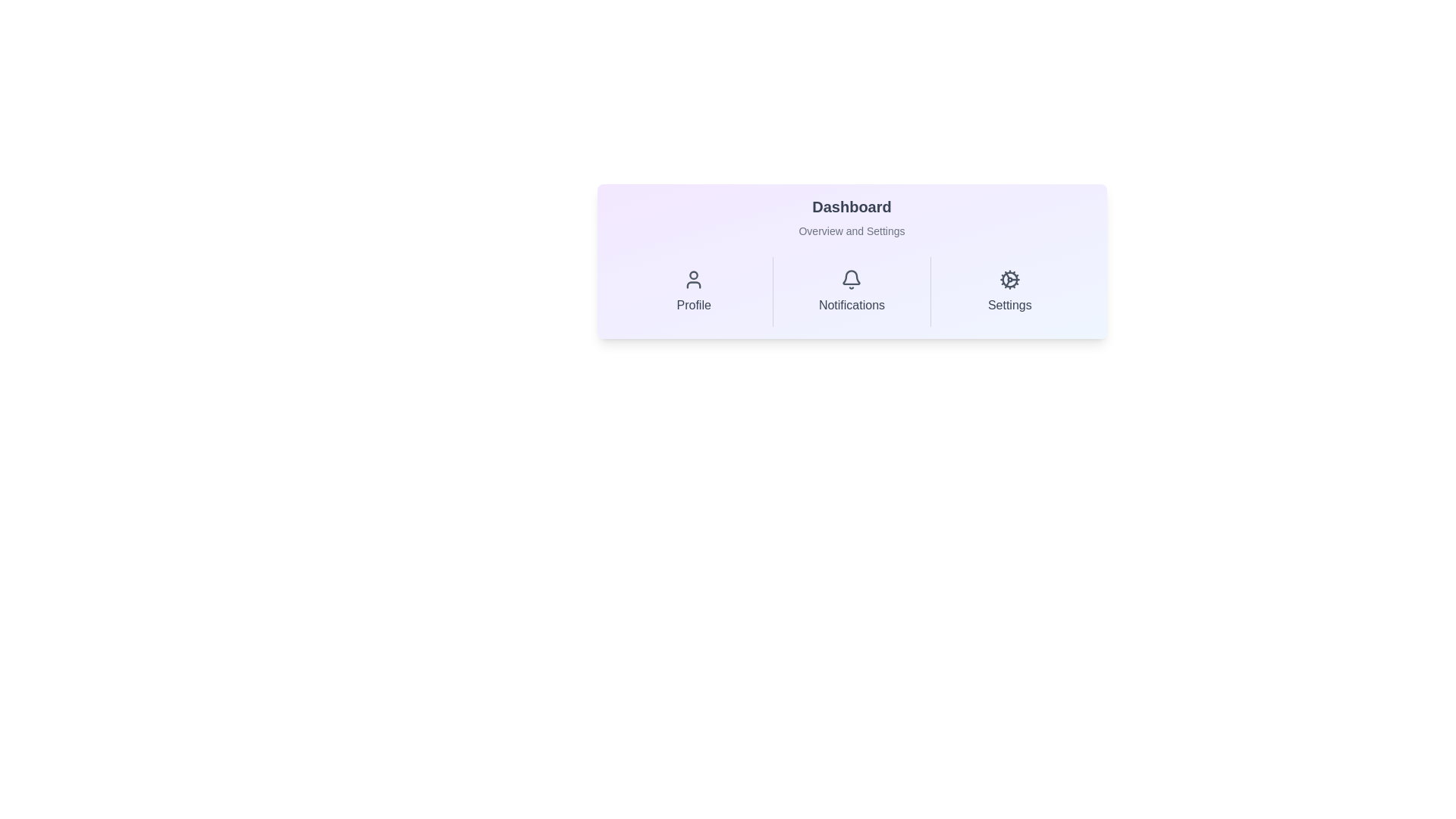 This screenshot has width=1456, height=819. What do you see at coordinates (852, 292) in the screenshot?
I see `the bell-shaped icon-button labeled 'Notifications'` at bounding box center [852, 292].